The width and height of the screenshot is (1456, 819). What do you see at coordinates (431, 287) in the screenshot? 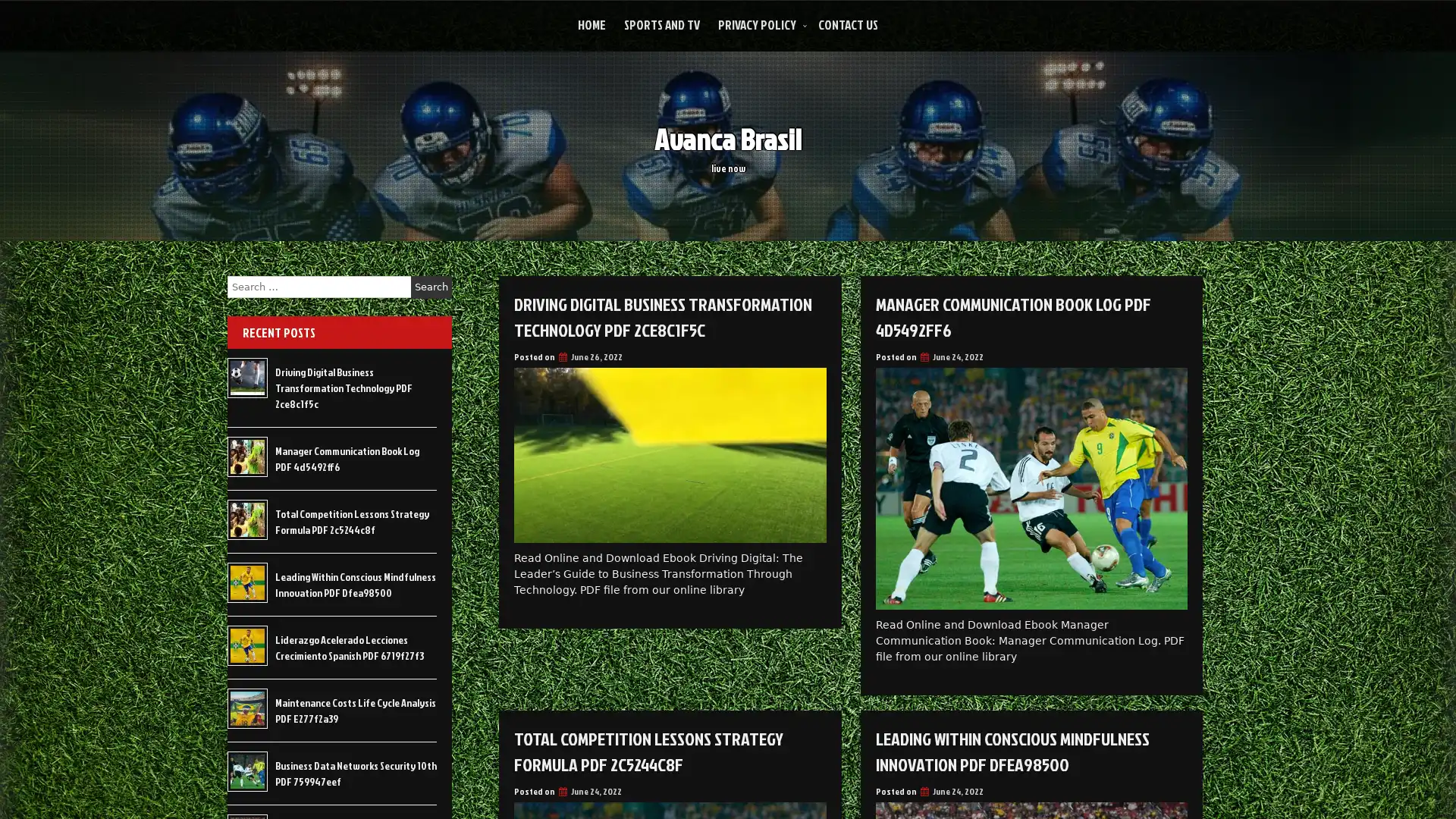
I see `Search` at bounding box center [431, 287].